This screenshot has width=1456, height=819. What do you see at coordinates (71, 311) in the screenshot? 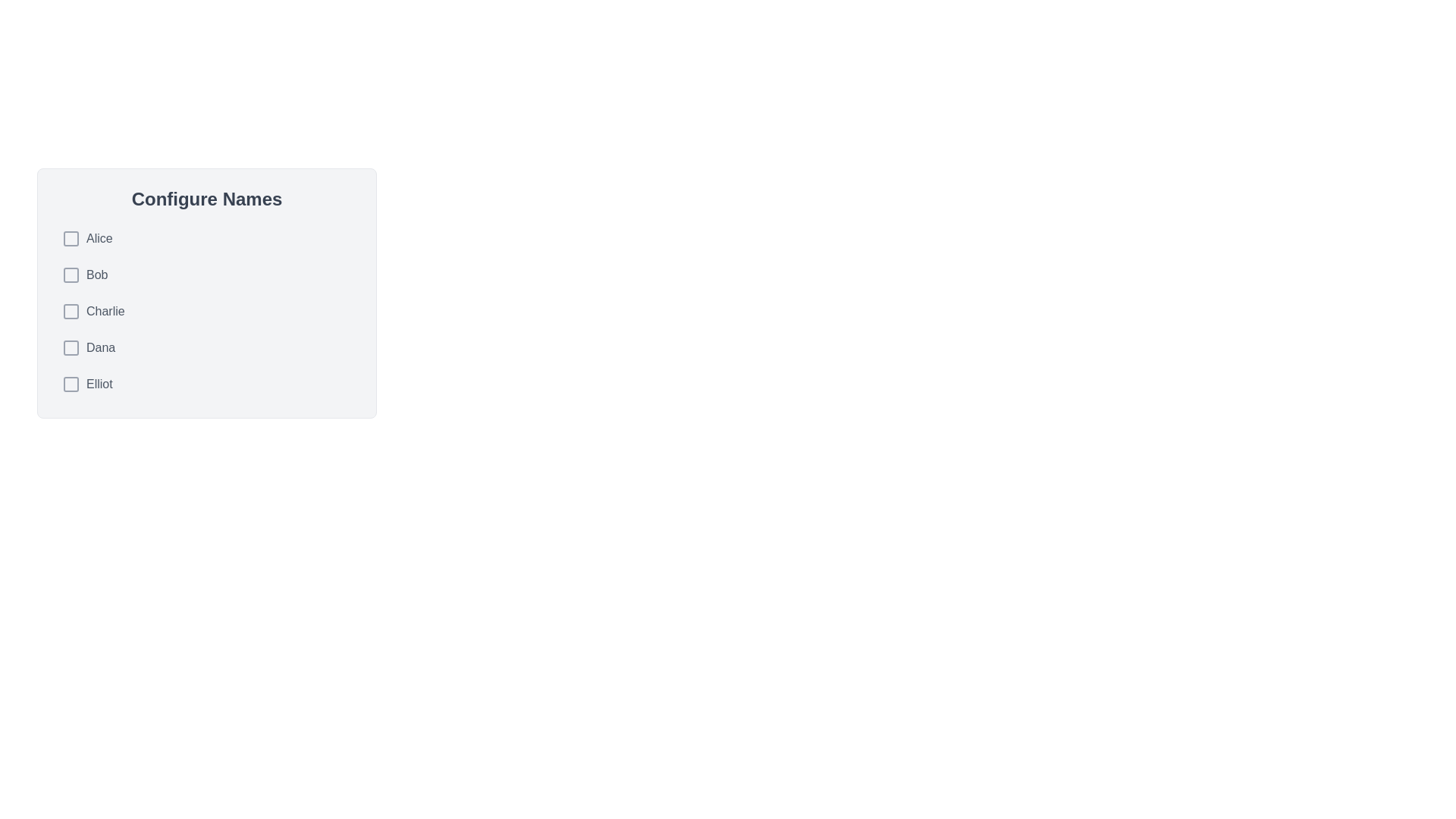
I see `the checkbox labeled 'Charlie' located under the heading 'Configure Names.' This checkbox is the third in a vertical list, positioned closely to the left of the label` at bounding box center [71, 311].